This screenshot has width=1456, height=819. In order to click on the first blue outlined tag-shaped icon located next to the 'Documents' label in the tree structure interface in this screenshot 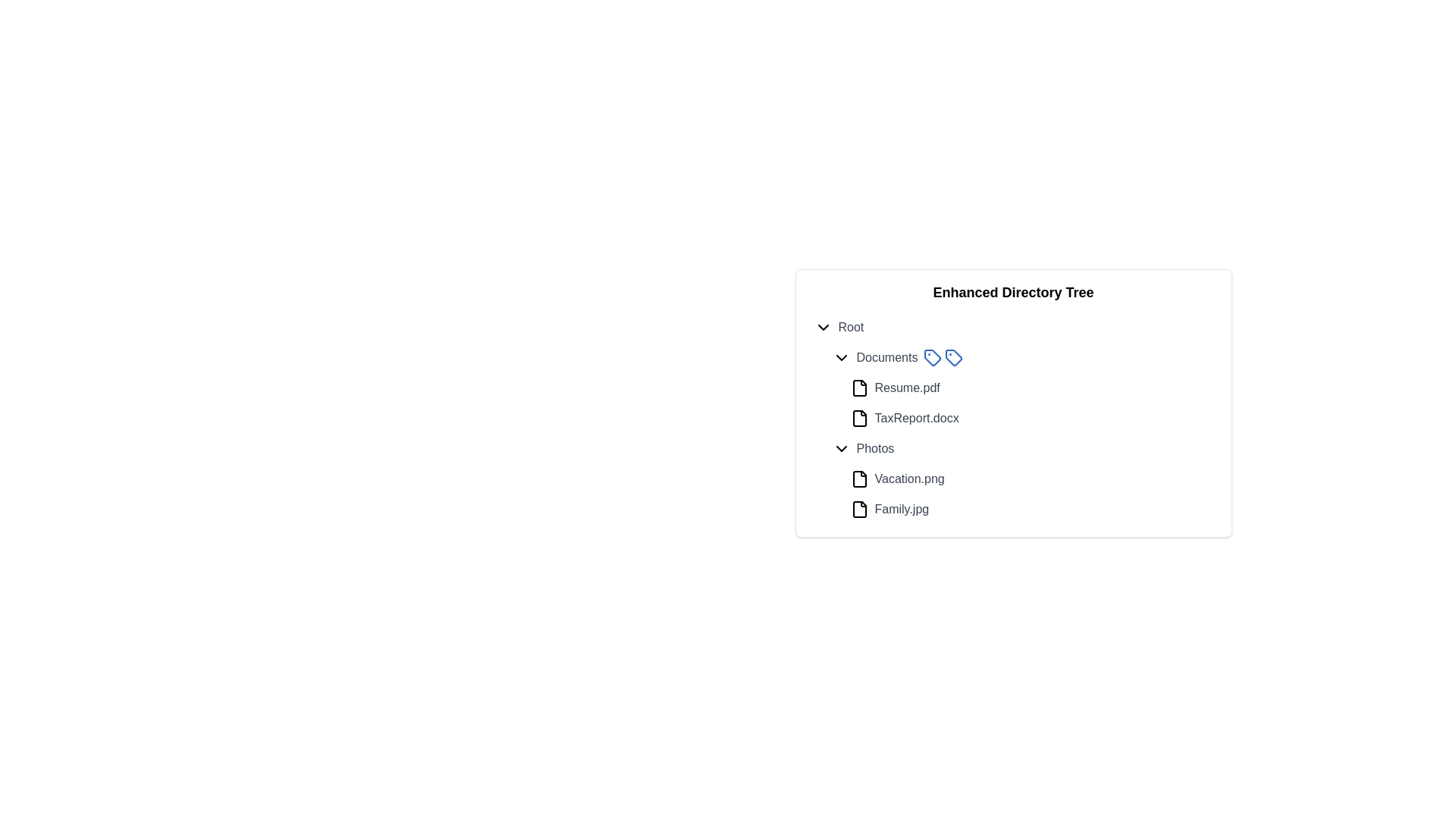, I will do `click(932, 357)`.